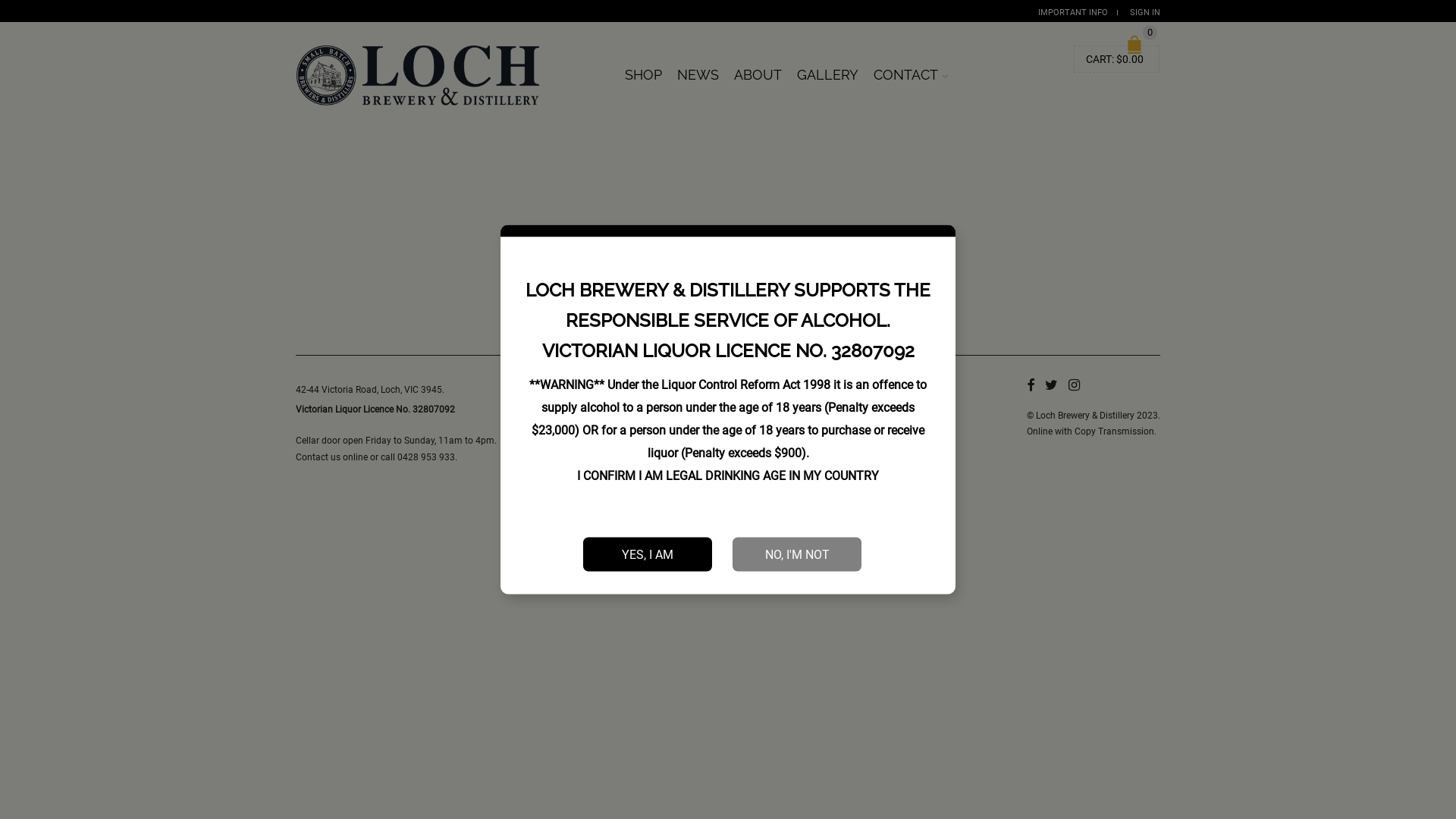  Describe the element at coordinates (1114, 431) in the screenshot. I see `'Copy Transmission'` at that location.